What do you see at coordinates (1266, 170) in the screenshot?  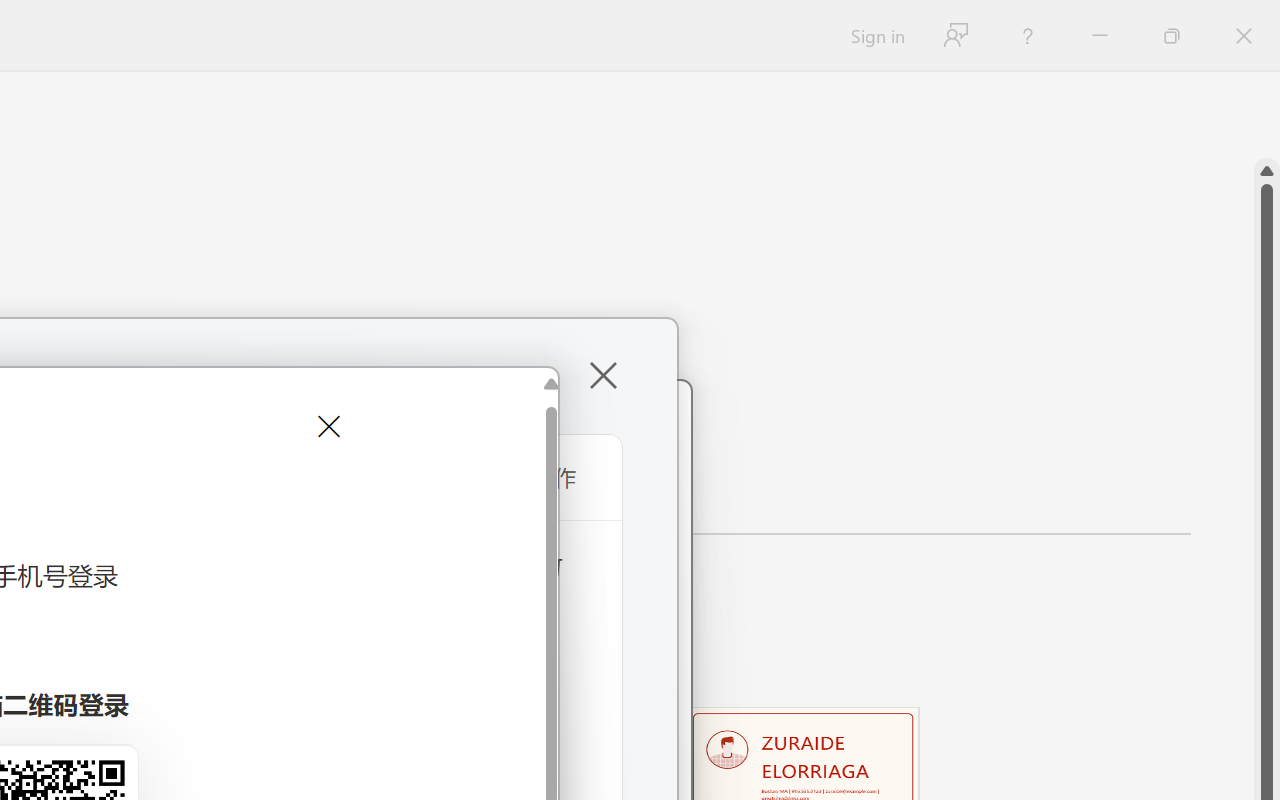 I see `'Line up'` at bounding box center [1266, 170].